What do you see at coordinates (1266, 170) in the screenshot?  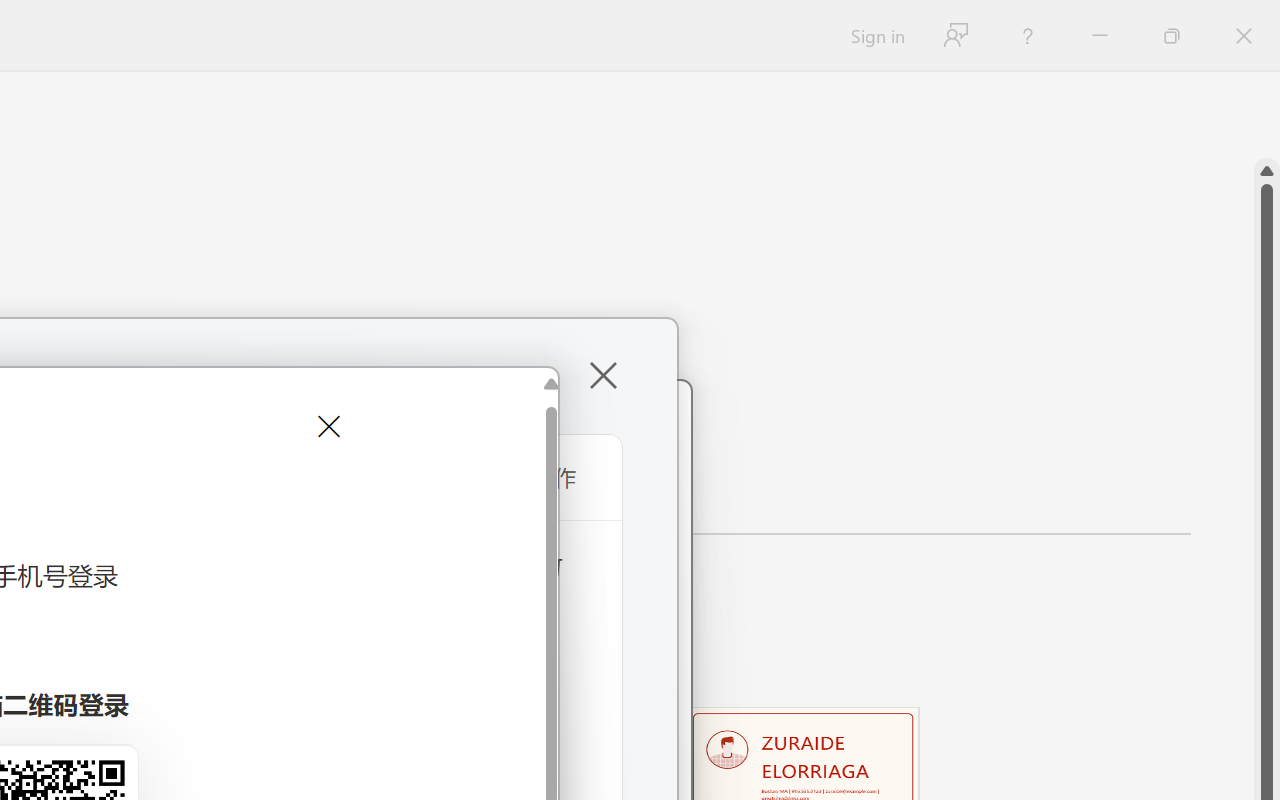 I see `'Line up'` at bounding box center [1266, 170].